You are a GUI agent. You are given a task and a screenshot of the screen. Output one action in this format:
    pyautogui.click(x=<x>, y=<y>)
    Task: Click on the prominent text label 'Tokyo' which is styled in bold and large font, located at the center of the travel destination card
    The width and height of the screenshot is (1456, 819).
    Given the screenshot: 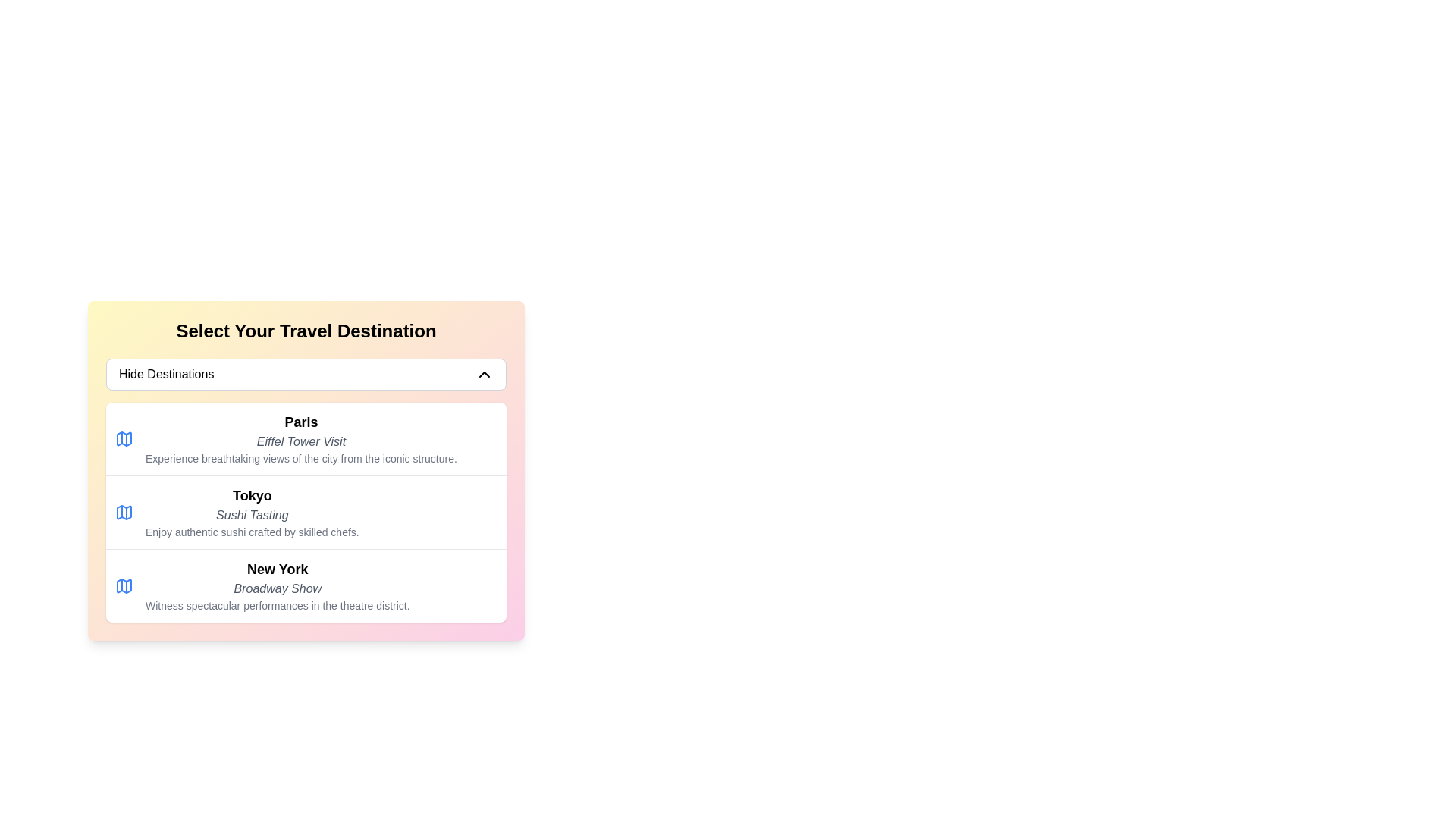 What is the action you would take?
    pyautogui.click(x=252, y=496)
    